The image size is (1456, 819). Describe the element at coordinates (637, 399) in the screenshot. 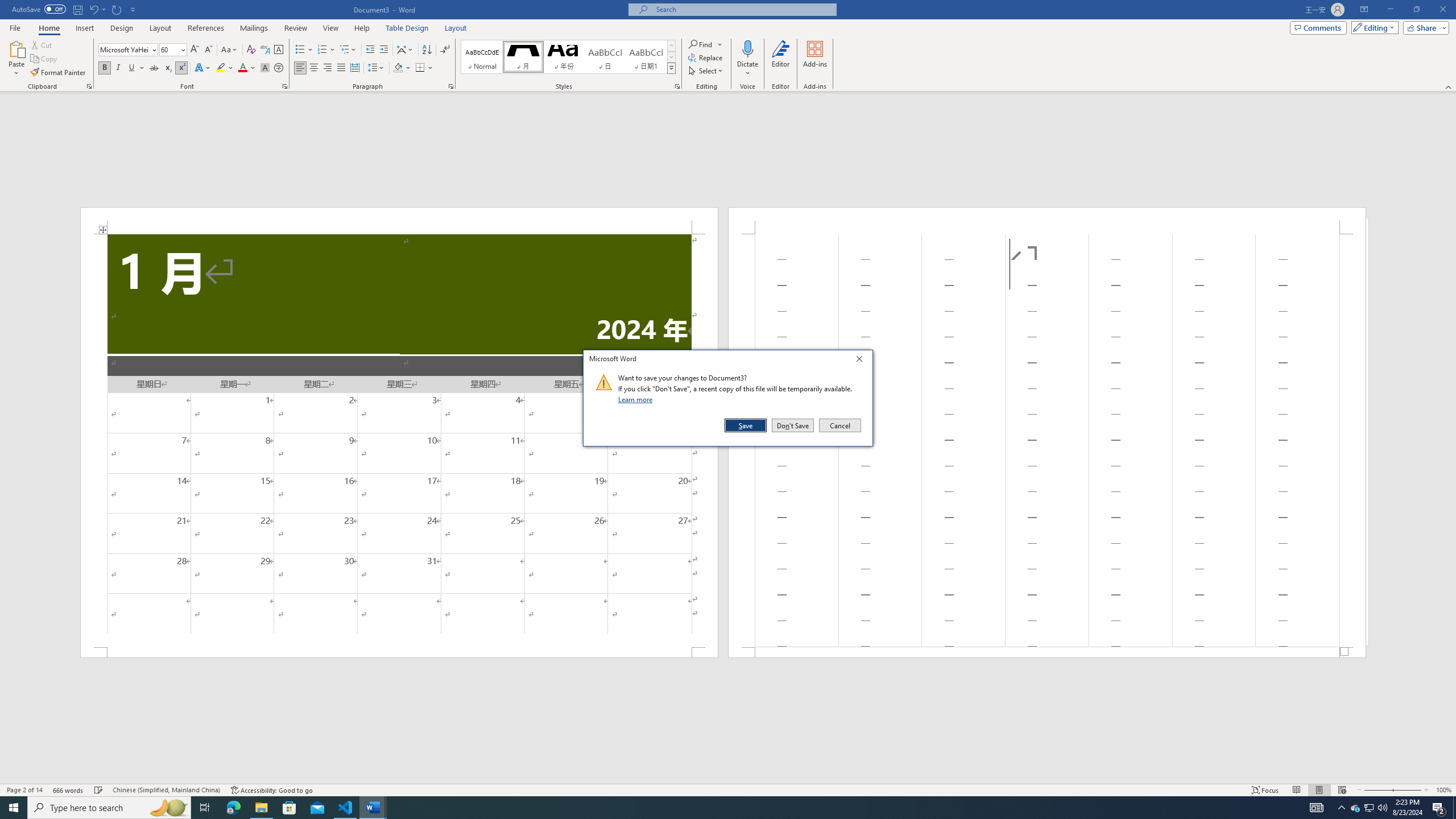

I see `'Learn more'` at that location.